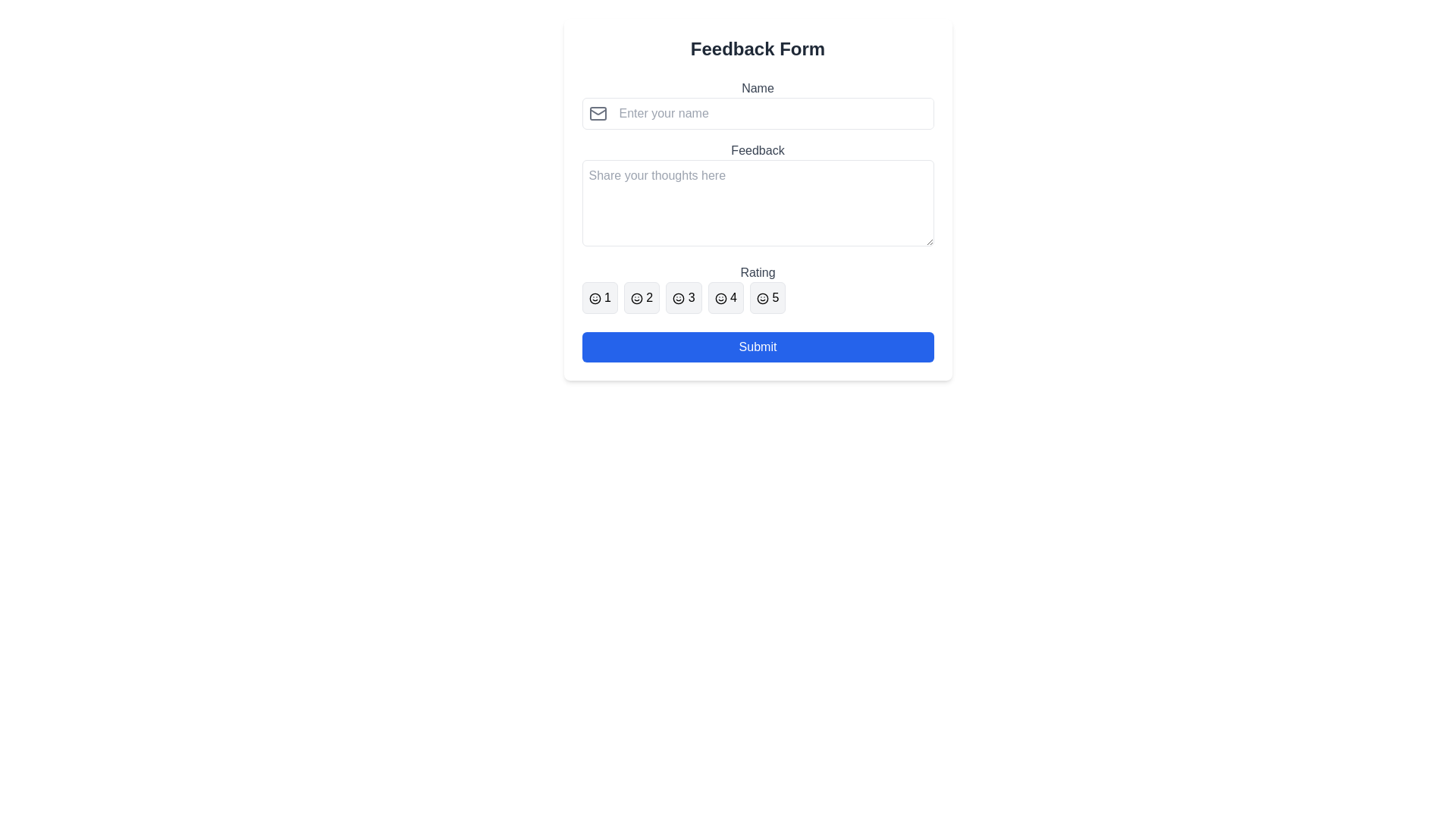  I want to click on the rectangular mail icon with rounded edges located beside the text input for 'Name' on the Feedback Form page, so click(597, 113).